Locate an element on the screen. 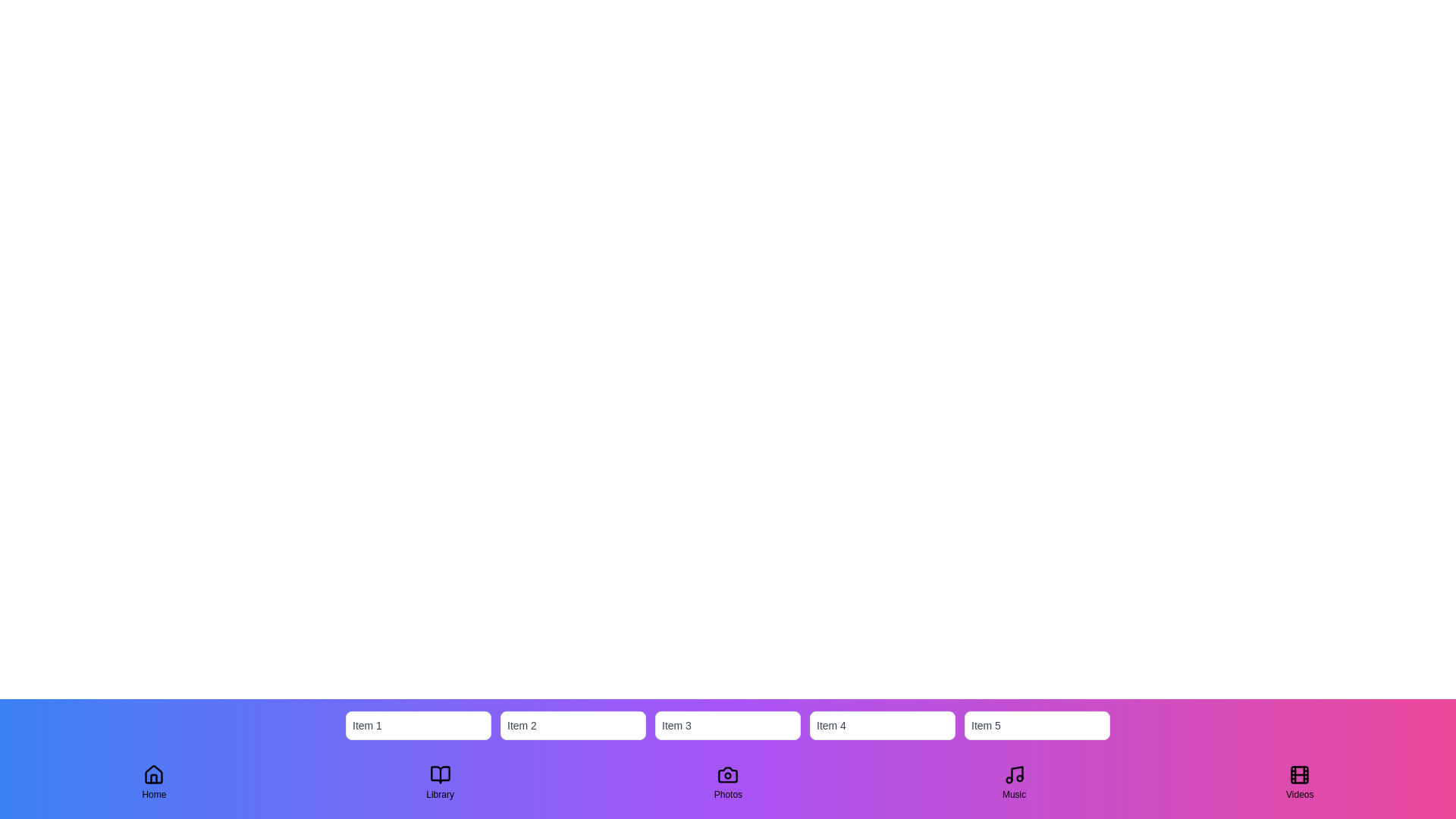 The height and width of the screenshot is (819, 1456). the navigation tab labeled Music to observe visual feedback is located at coordinates (1014, 783).